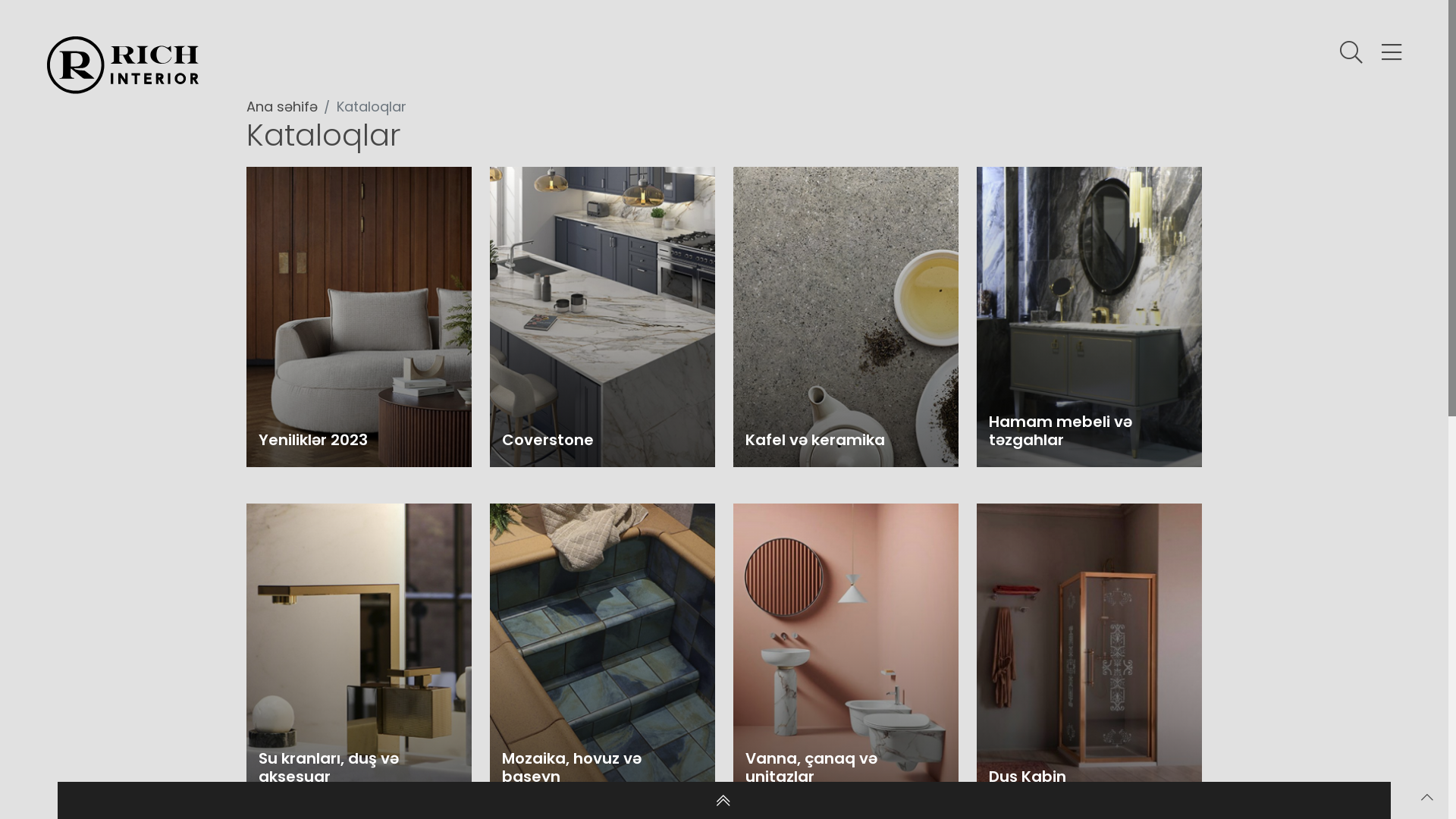 The image size is (1456, 819). What do you see at coordinates (601, 315) in the screenshot?
I see `'Coverstone'` at bounding box center [601, 315].